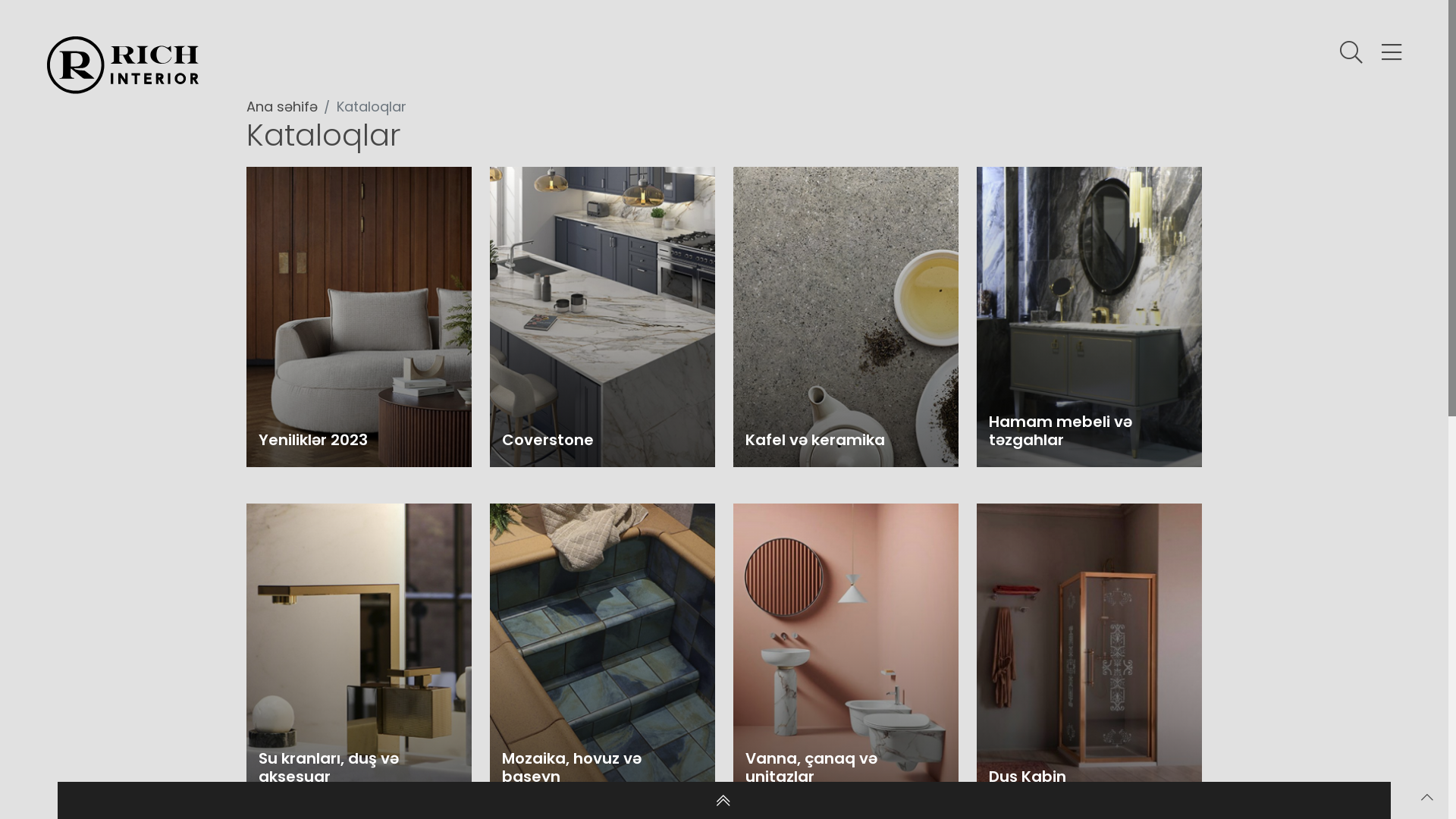 The image size is (1456, 819). What do you see at coordinates (601, 315) in the screenshot?
I see `'Coverstone'` at bounding box center [601, 315].